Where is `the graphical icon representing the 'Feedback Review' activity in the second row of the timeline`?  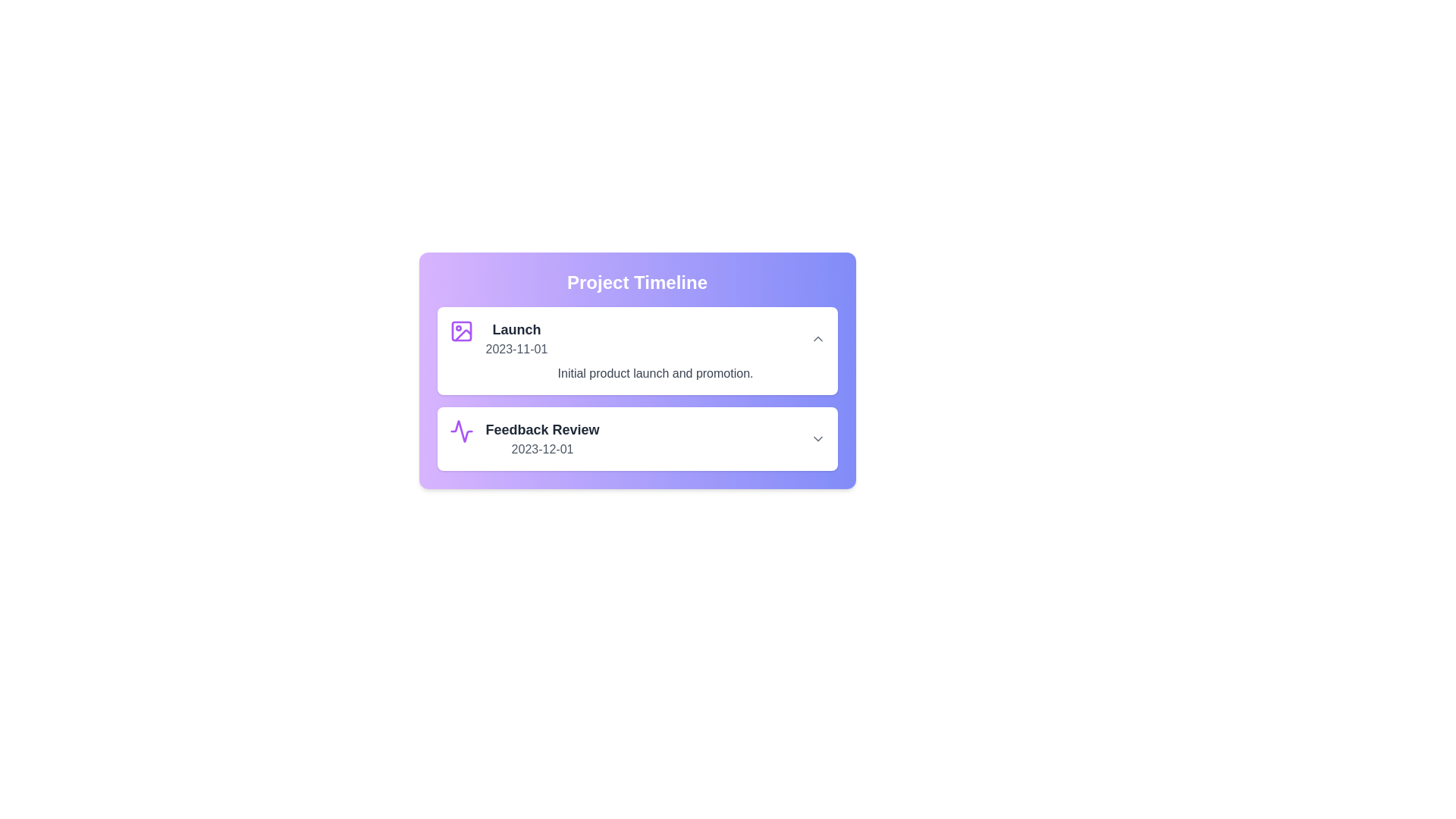 the graphical icon representing the 'Feedback Review' activity in the second row of the timeline is located at coordinates (460, 431).